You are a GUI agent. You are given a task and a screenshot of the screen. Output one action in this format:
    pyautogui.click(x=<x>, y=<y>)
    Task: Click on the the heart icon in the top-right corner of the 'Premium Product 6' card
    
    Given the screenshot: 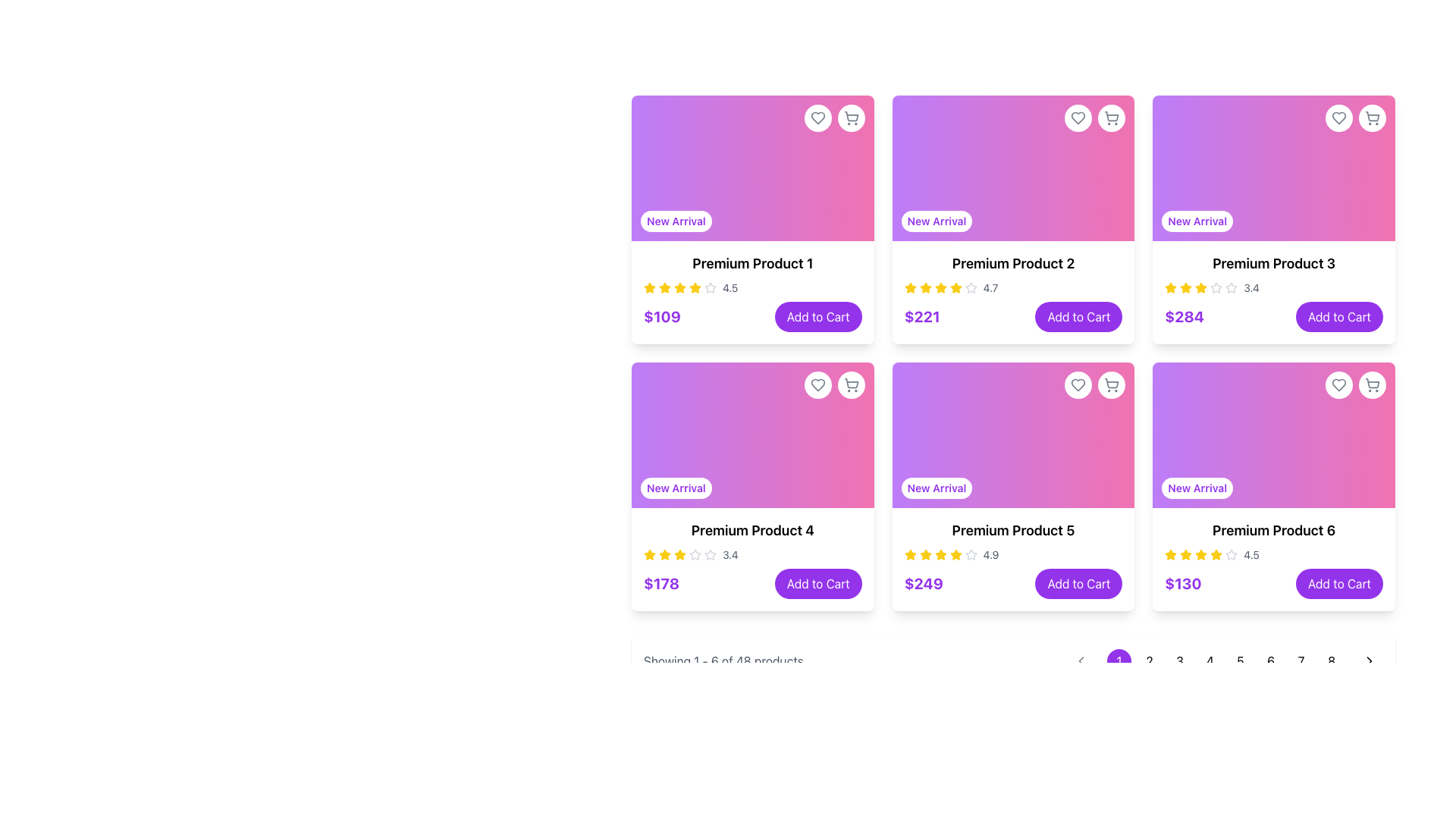 What is the action you would take?
    pyautogui.click(x=1339, y=384)
    